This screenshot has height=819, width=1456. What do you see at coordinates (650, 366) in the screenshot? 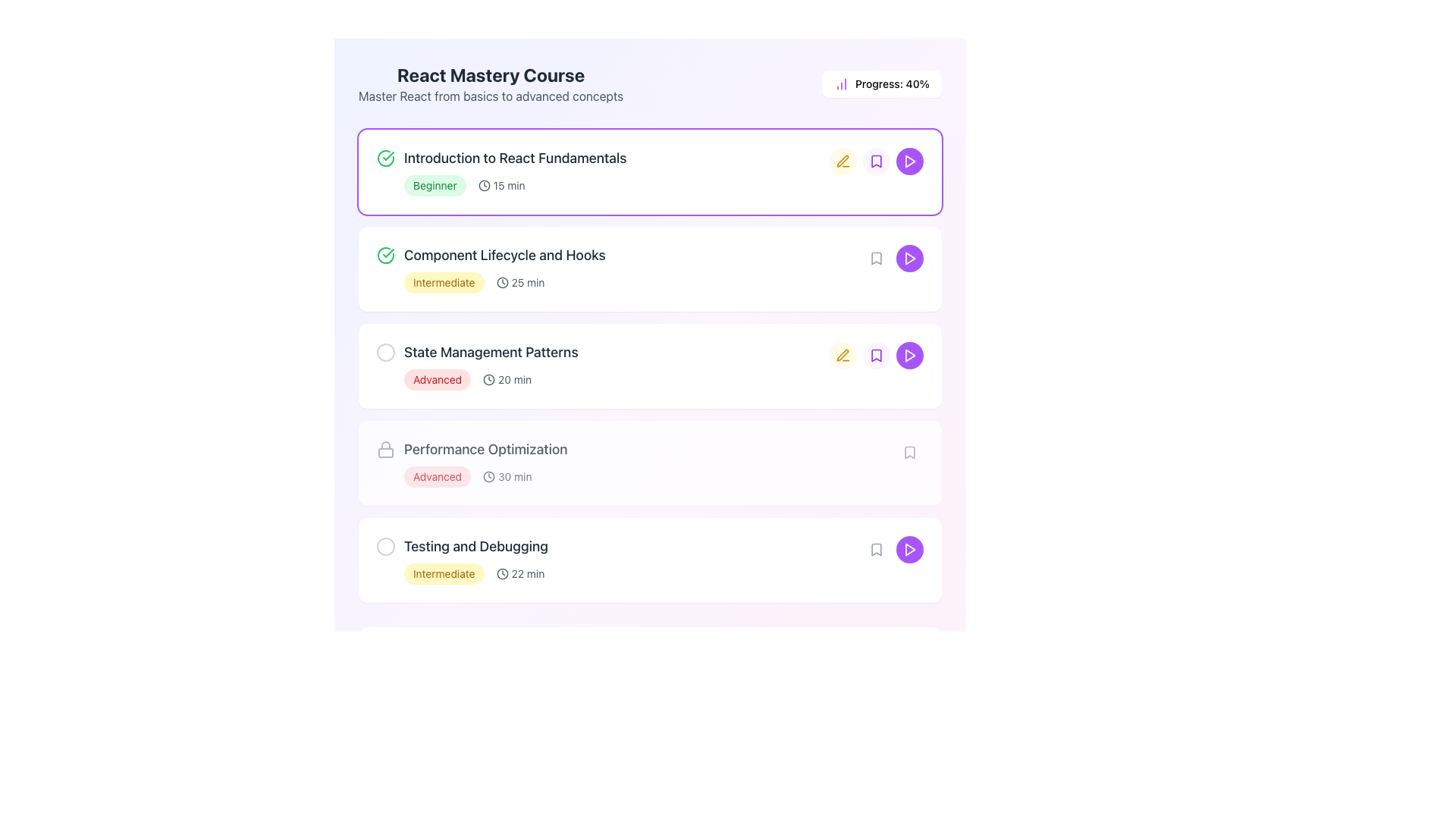
I see `the 'State Management Patterns' card, which is the third card in the list of learning topics` at bounding box center [650, 366].